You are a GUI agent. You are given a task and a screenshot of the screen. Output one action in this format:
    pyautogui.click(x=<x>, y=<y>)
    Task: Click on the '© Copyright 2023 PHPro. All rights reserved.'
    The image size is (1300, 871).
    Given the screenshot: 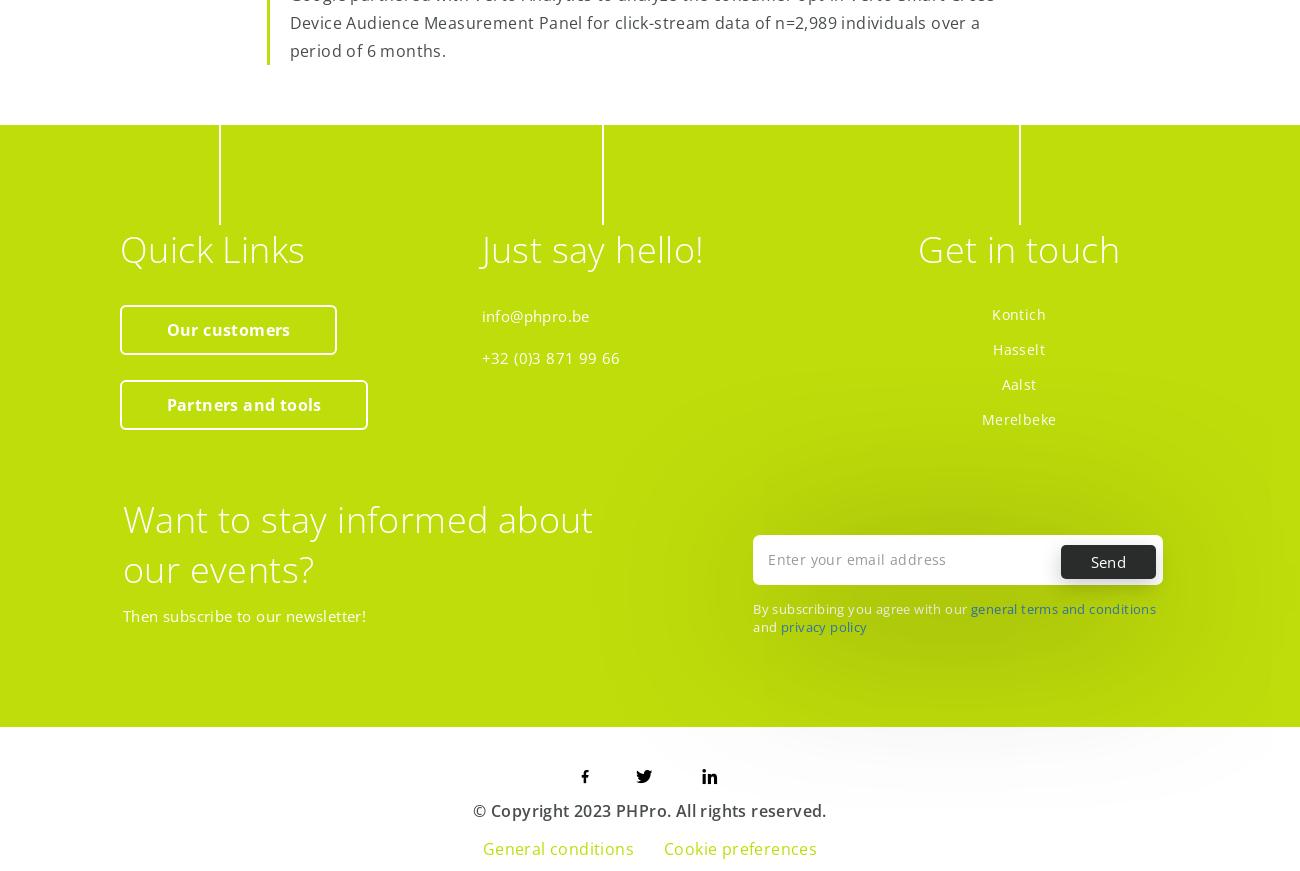 What is the action you would take?
    pyautogui.click(x=649, y=810)
    